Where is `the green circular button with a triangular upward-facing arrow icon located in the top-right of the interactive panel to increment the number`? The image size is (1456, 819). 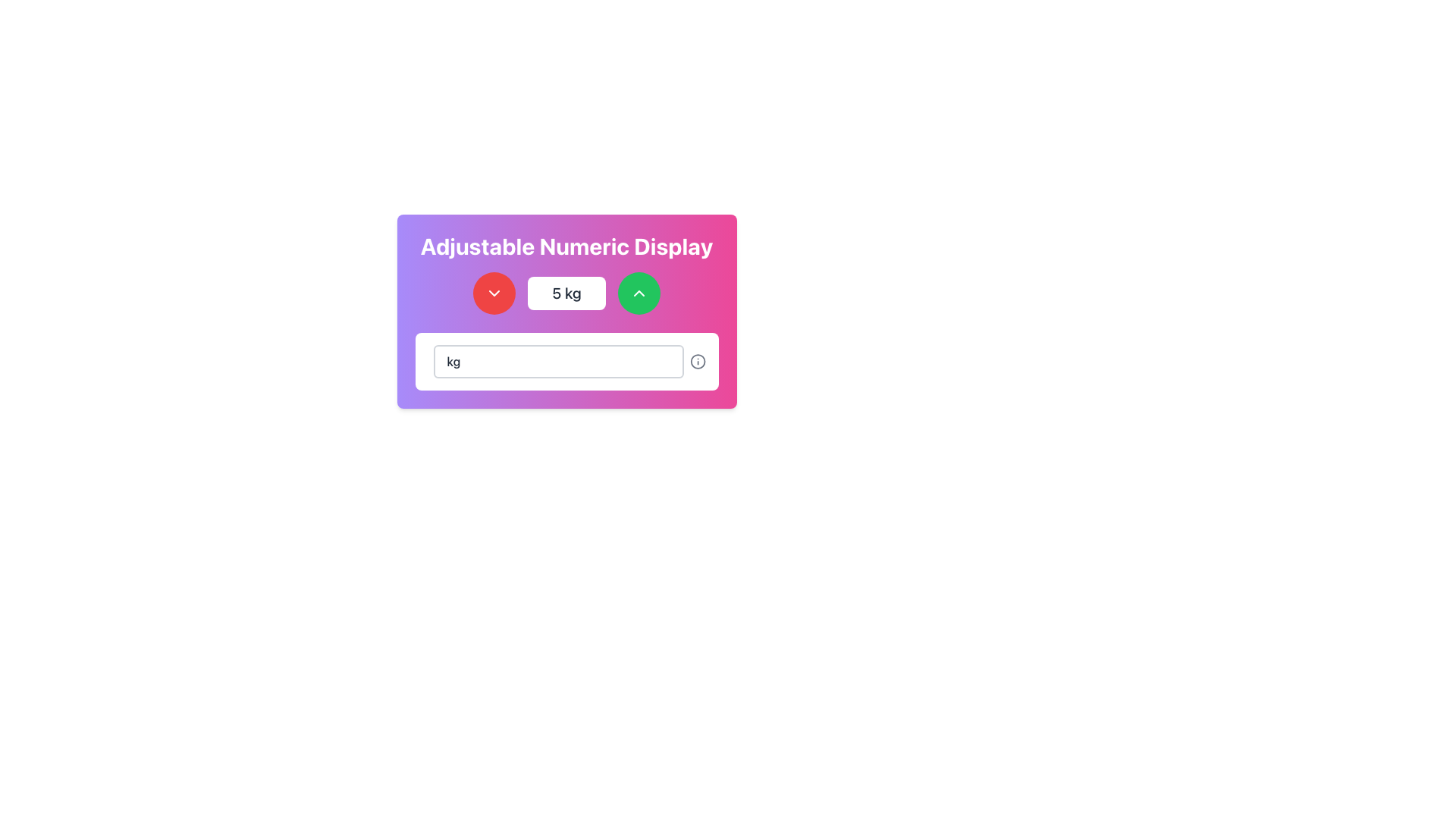
the green circular button with a triangular upward-facing arrow icon located in the top-right of the interactive panel to increment the number is located at coordinates (639, 293).